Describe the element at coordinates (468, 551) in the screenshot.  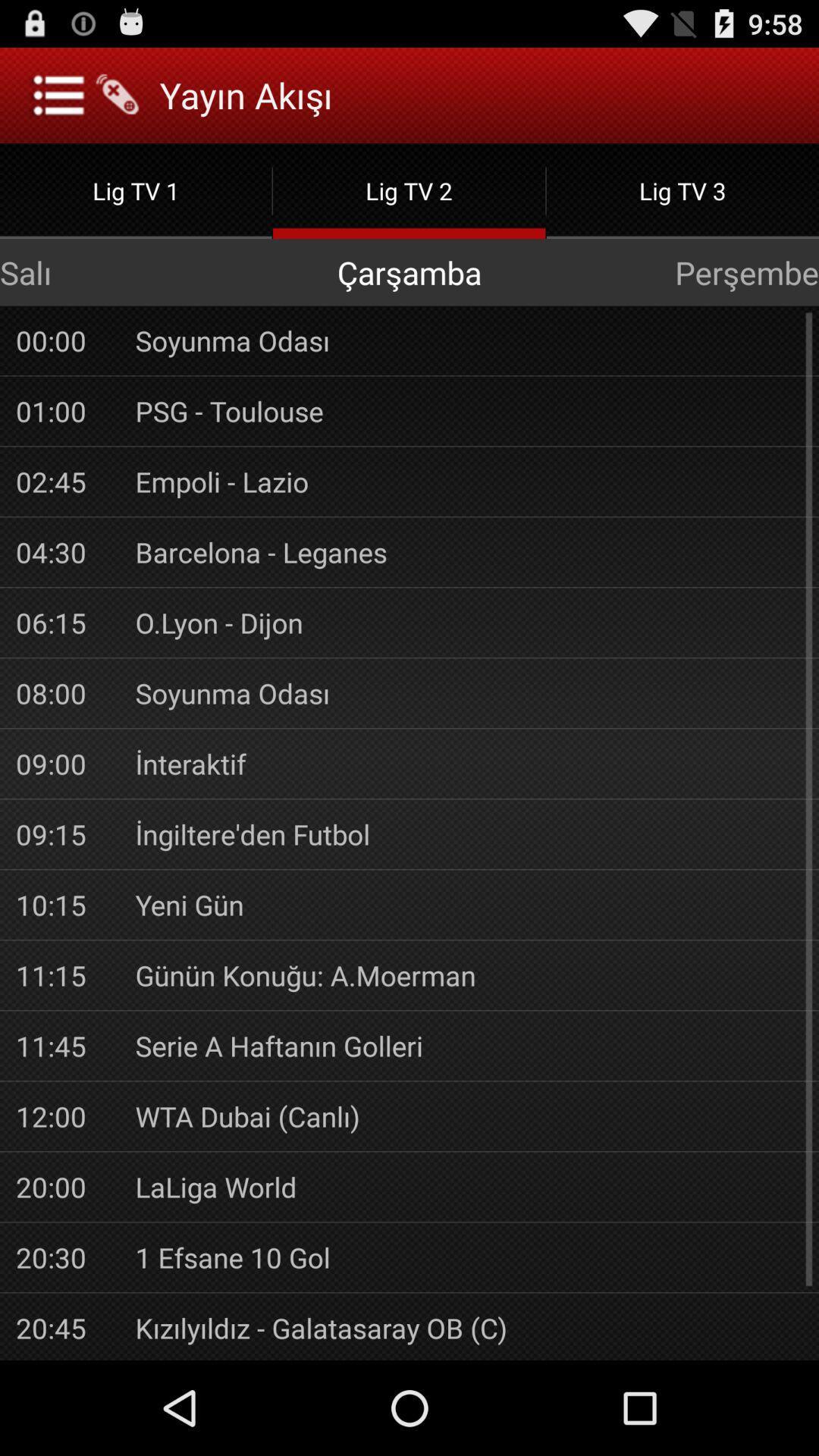
I see `the item above o.lyon - dijon item` at that location.